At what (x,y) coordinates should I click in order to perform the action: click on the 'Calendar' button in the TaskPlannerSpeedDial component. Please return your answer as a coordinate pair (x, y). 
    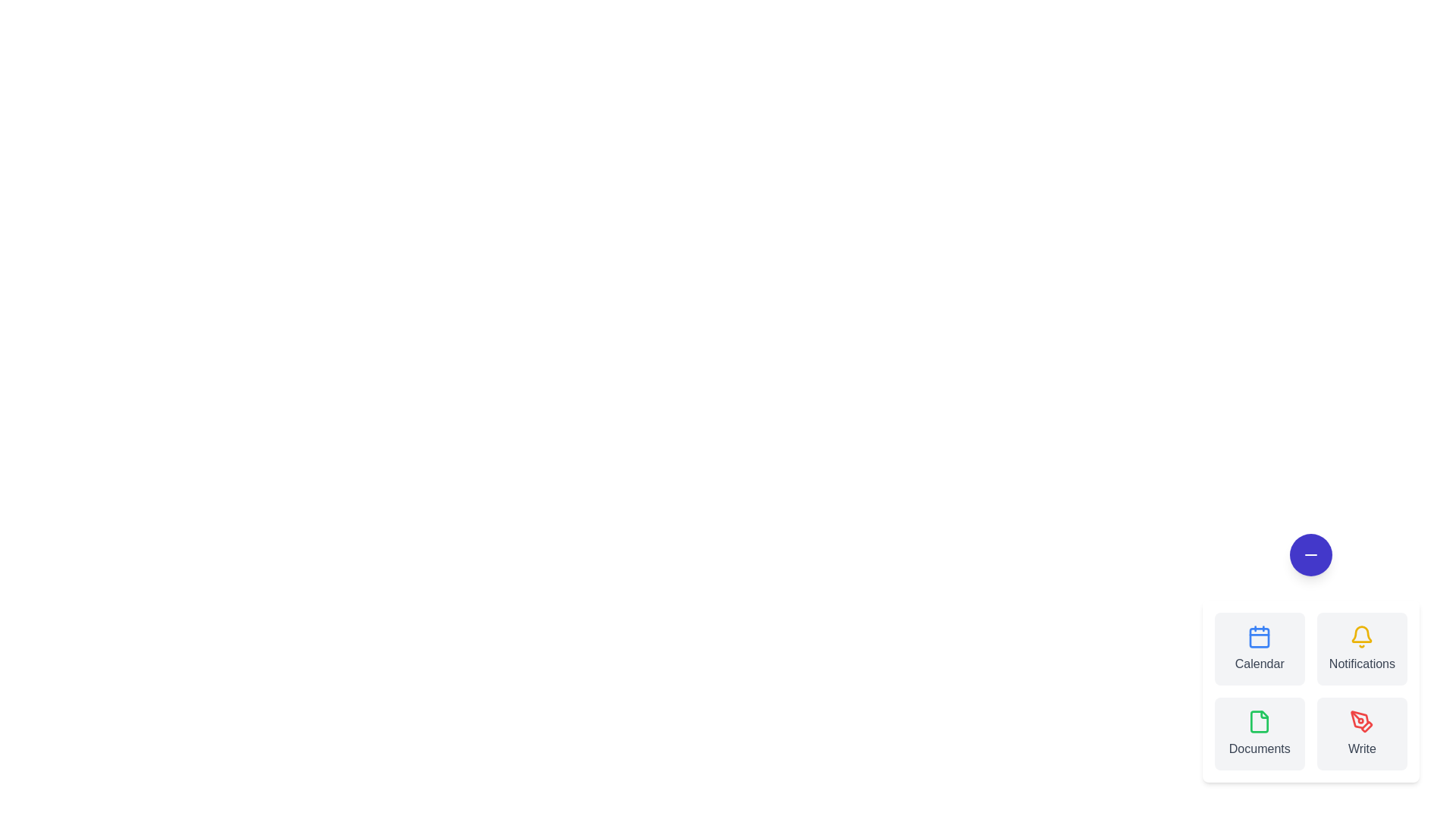
    Looking at the image, I should click on (1259, 648).